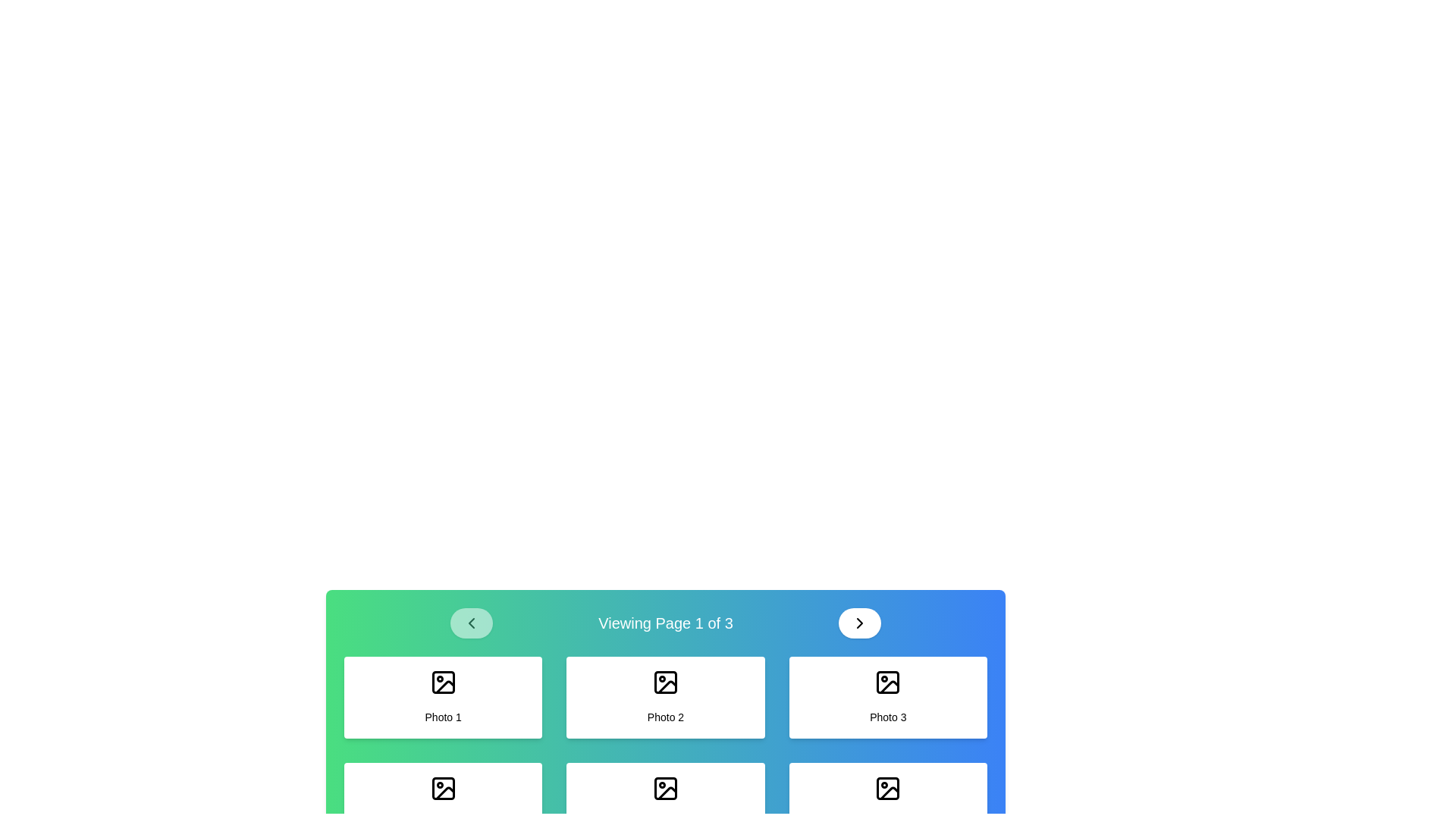  I want to click on the rounded white button with a leftward chevron icon, located on the left side of the navigation panel labeled 'Viewing Page 1 of 3', to change its appearance, so click(470, 623).